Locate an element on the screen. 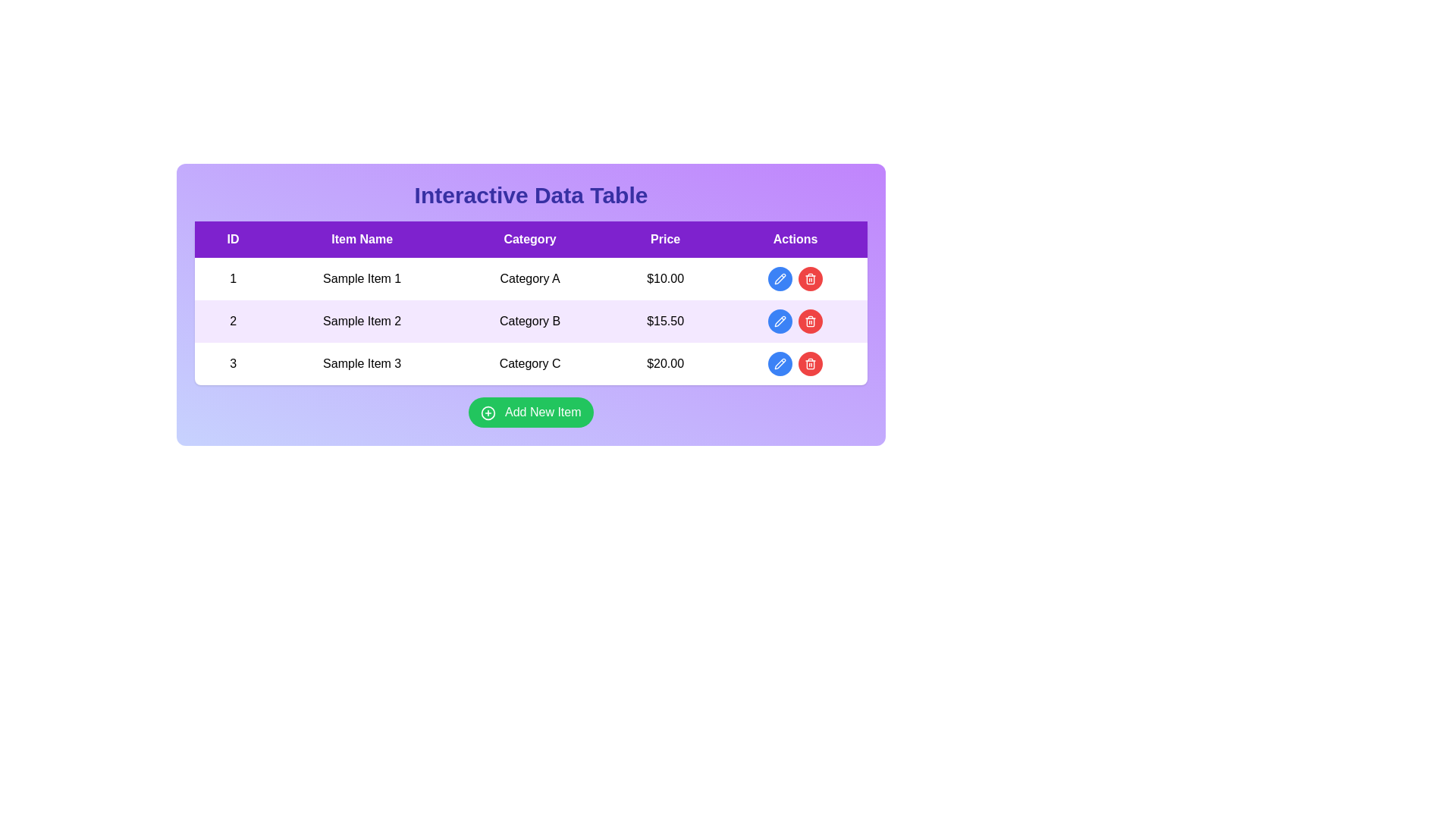  the 'Add New Item' button with a green background and rounded corners is located at coordinates (531, 412).